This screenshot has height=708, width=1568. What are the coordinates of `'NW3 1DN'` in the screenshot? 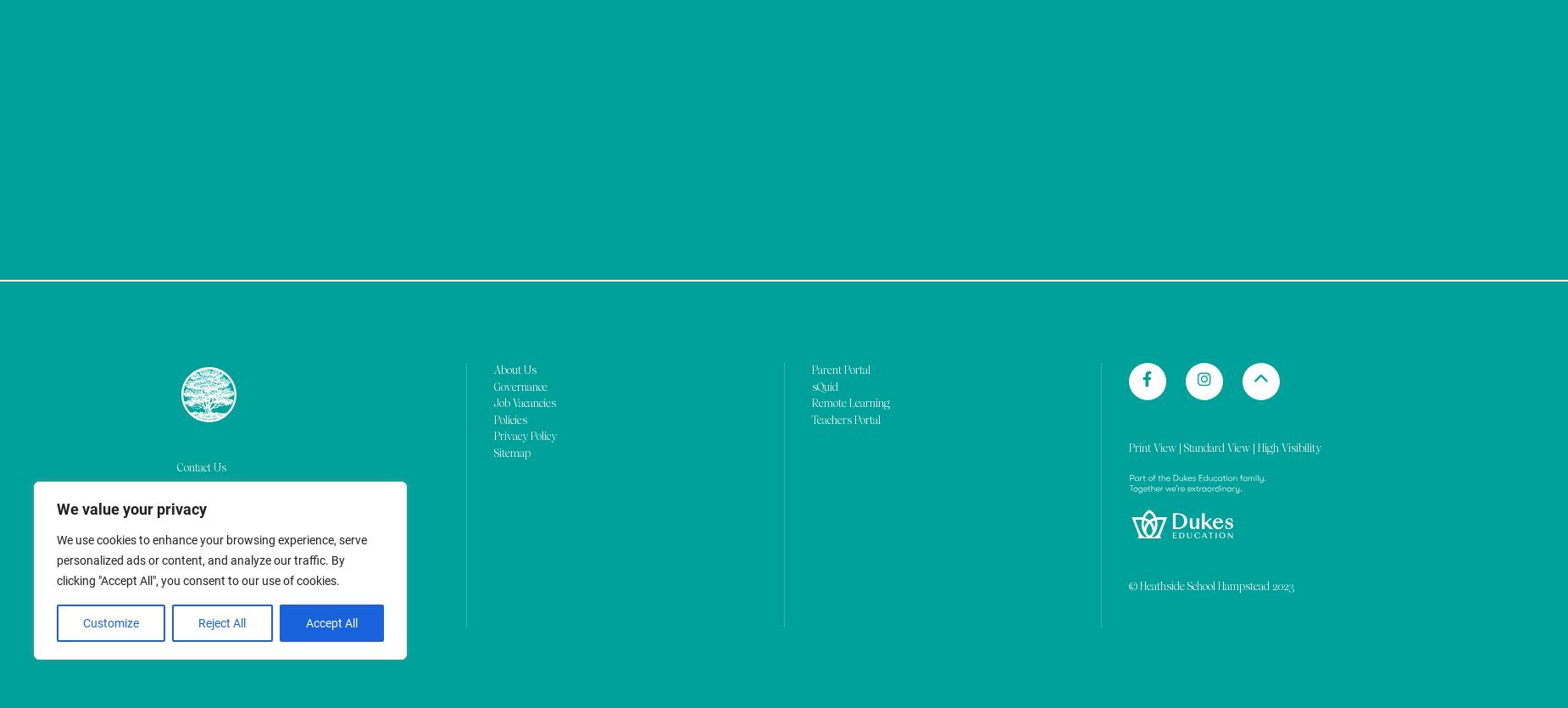 It's located at (197, 137).